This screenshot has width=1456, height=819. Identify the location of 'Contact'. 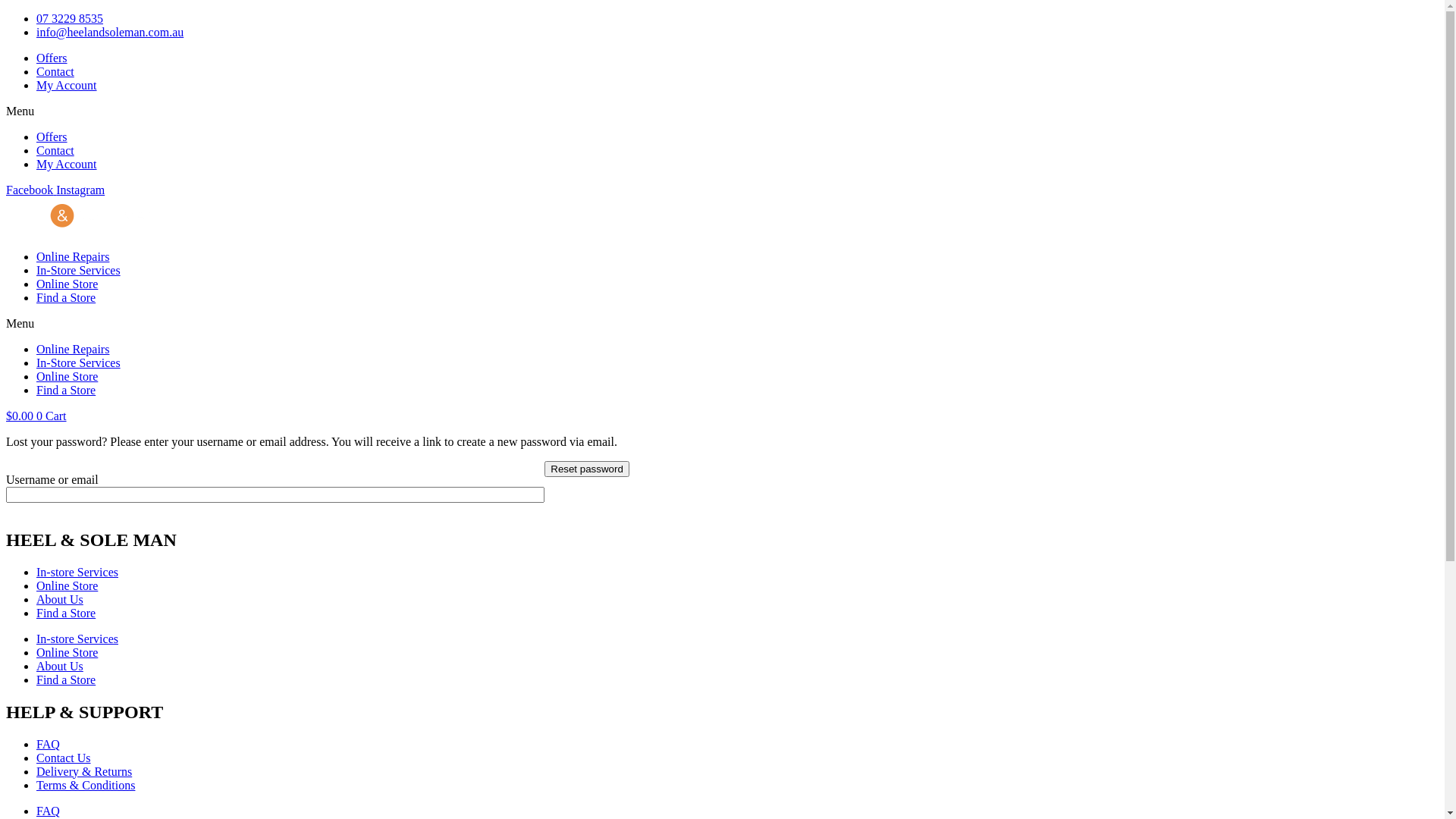
(36, 71).